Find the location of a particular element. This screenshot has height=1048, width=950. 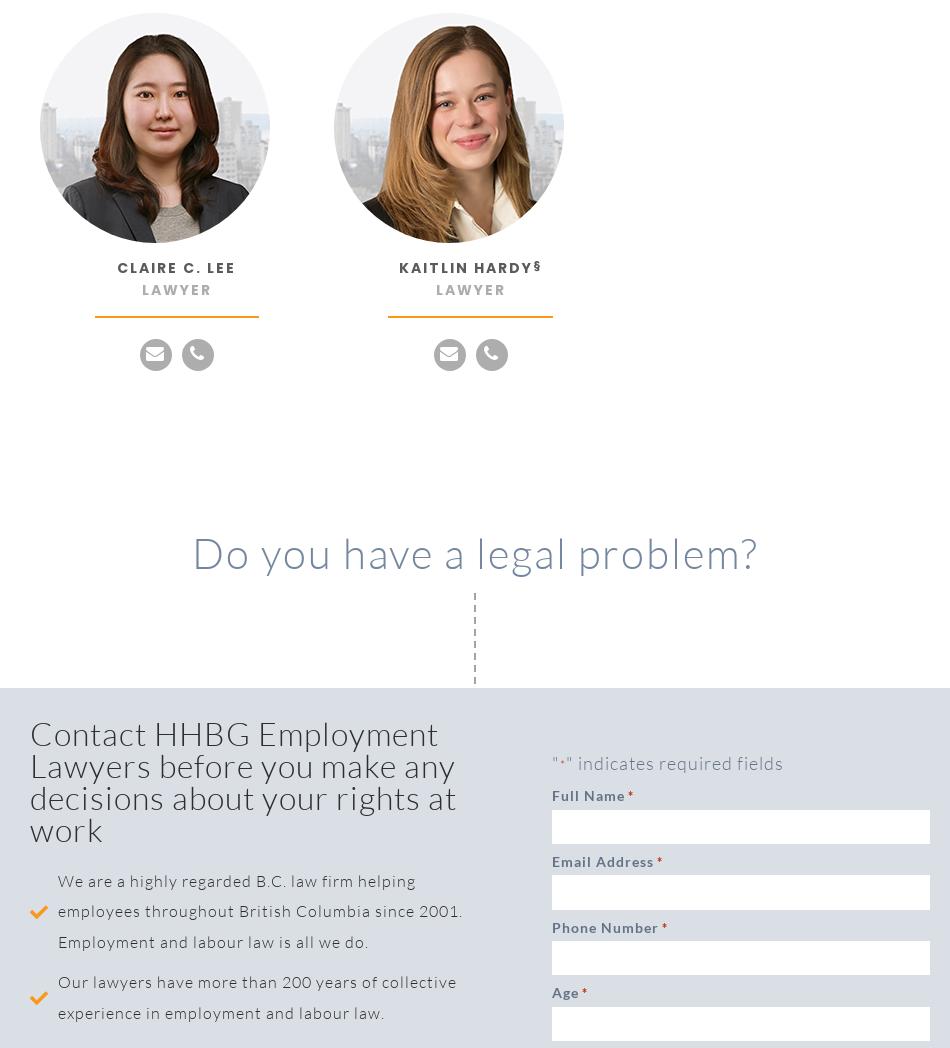

'Do you have a legal problem?' is located at coordinates (473, 551).